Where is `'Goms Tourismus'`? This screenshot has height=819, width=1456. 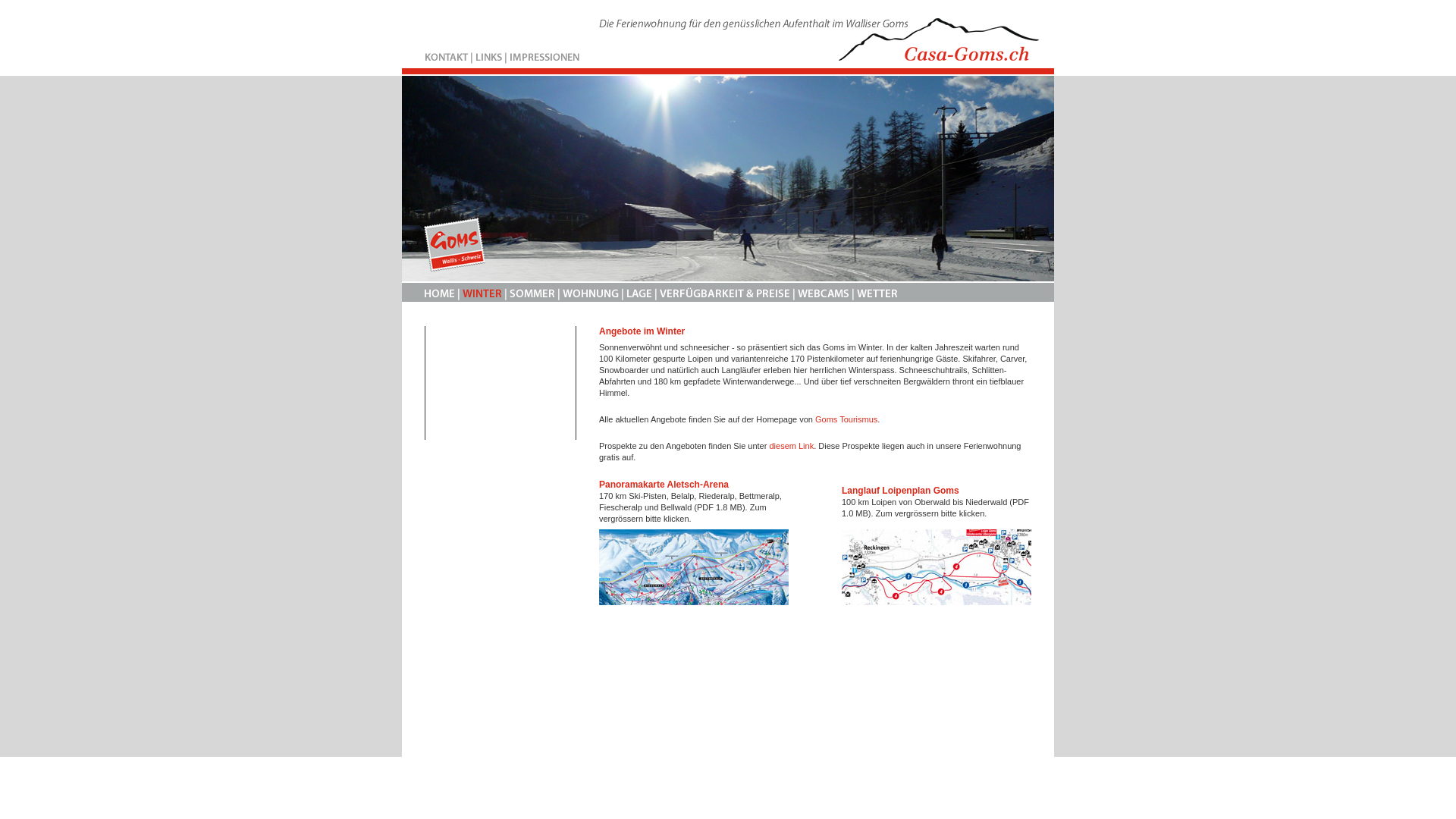
'Goms Tourismus' is located at coordinates (846, 419).